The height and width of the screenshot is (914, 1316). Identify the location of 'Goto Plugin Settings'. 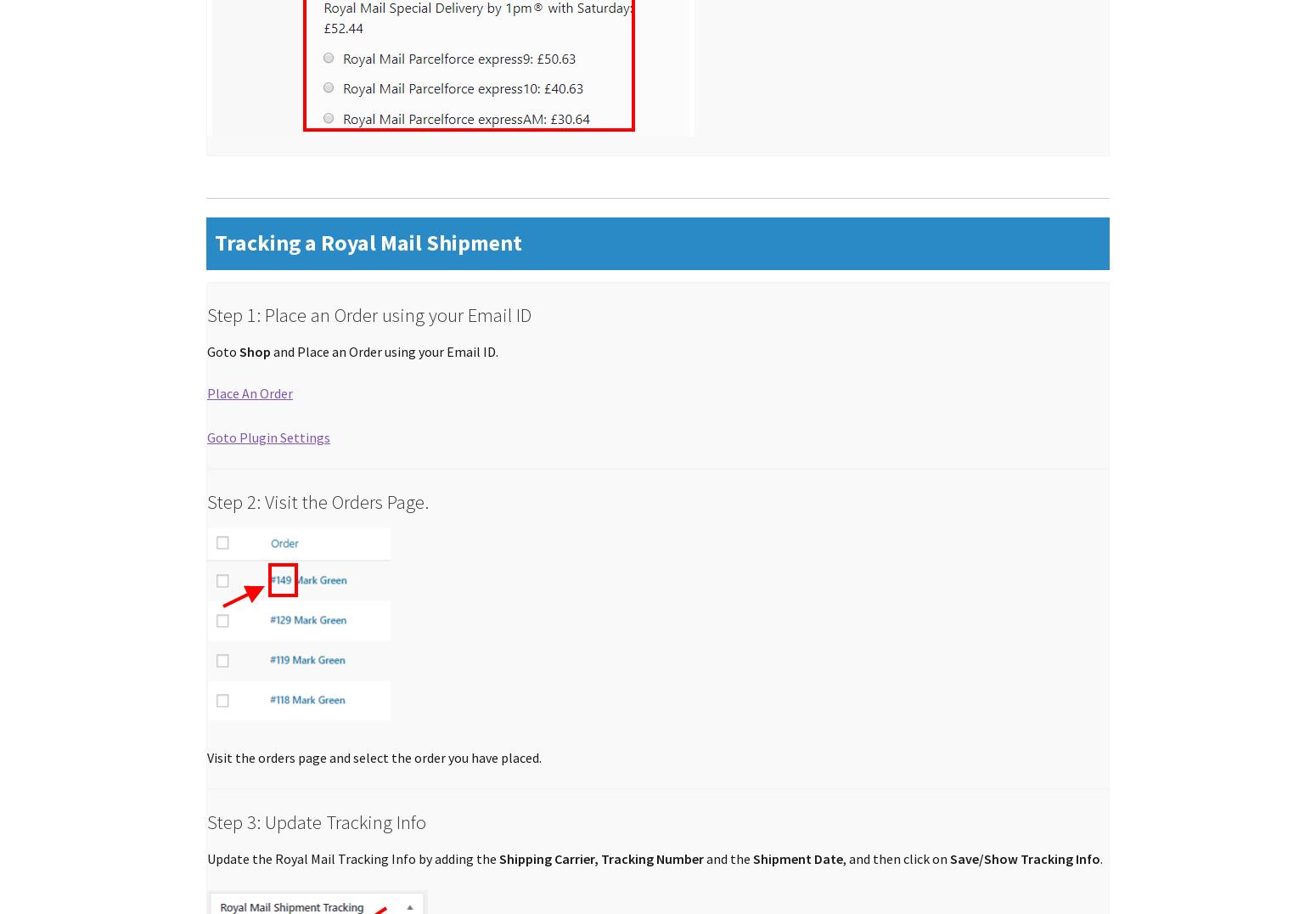
(267, 437).